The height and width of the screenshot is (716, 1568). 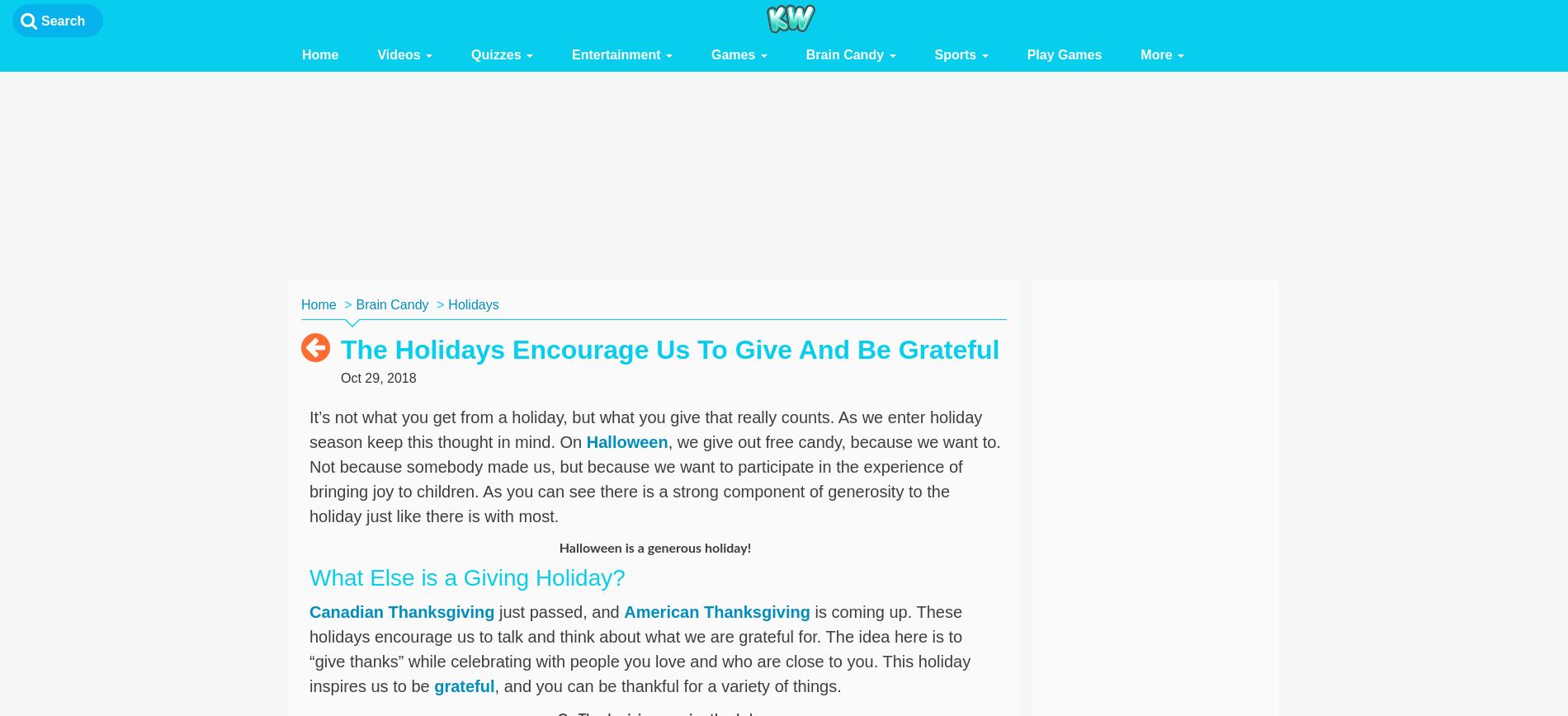 I want to click on 'Entertainment', so click(x=570, y=54).